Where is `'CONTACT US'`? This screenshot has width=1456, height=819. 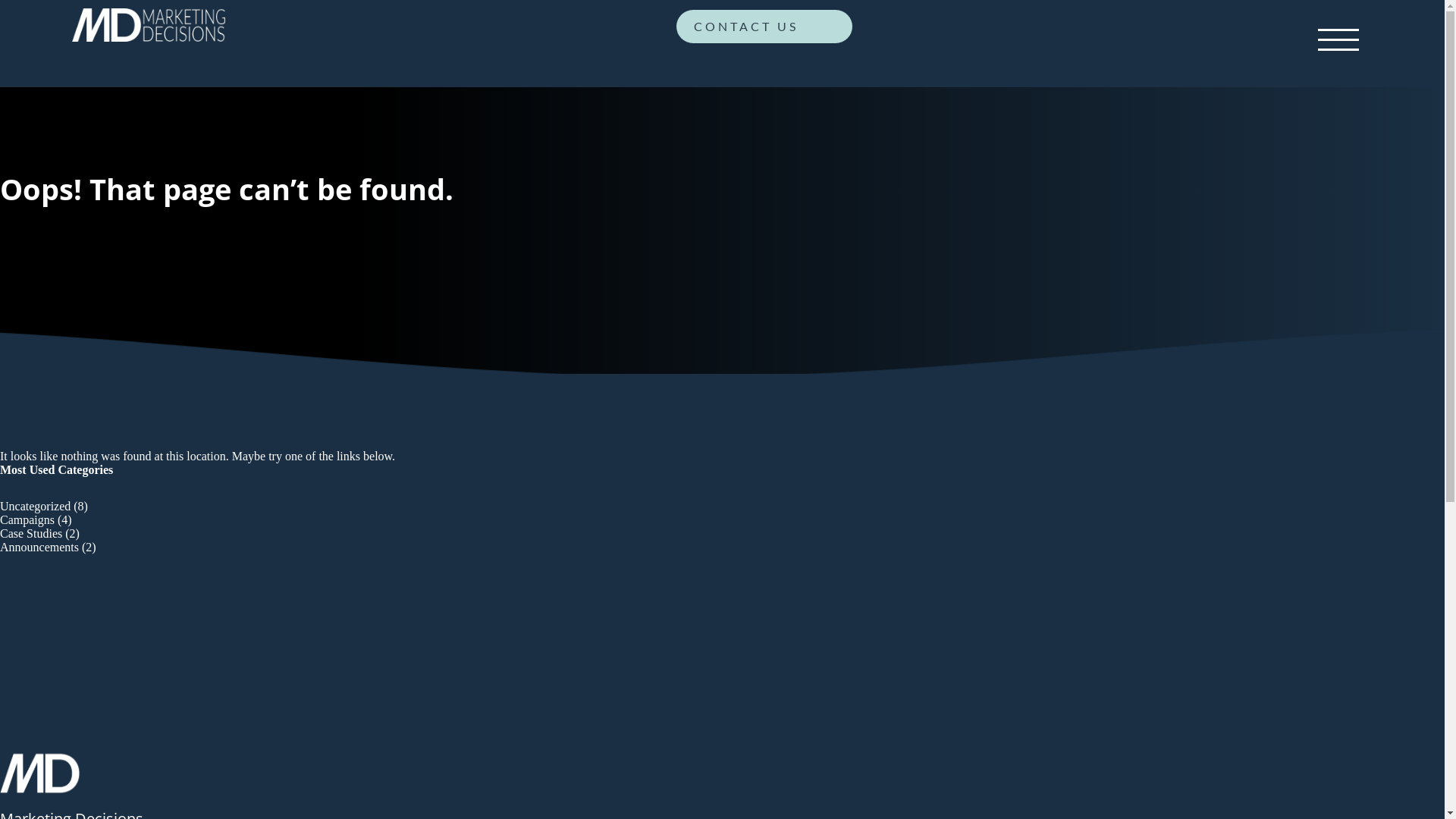
'CONTACT US' is located at coordinates (764, 30).